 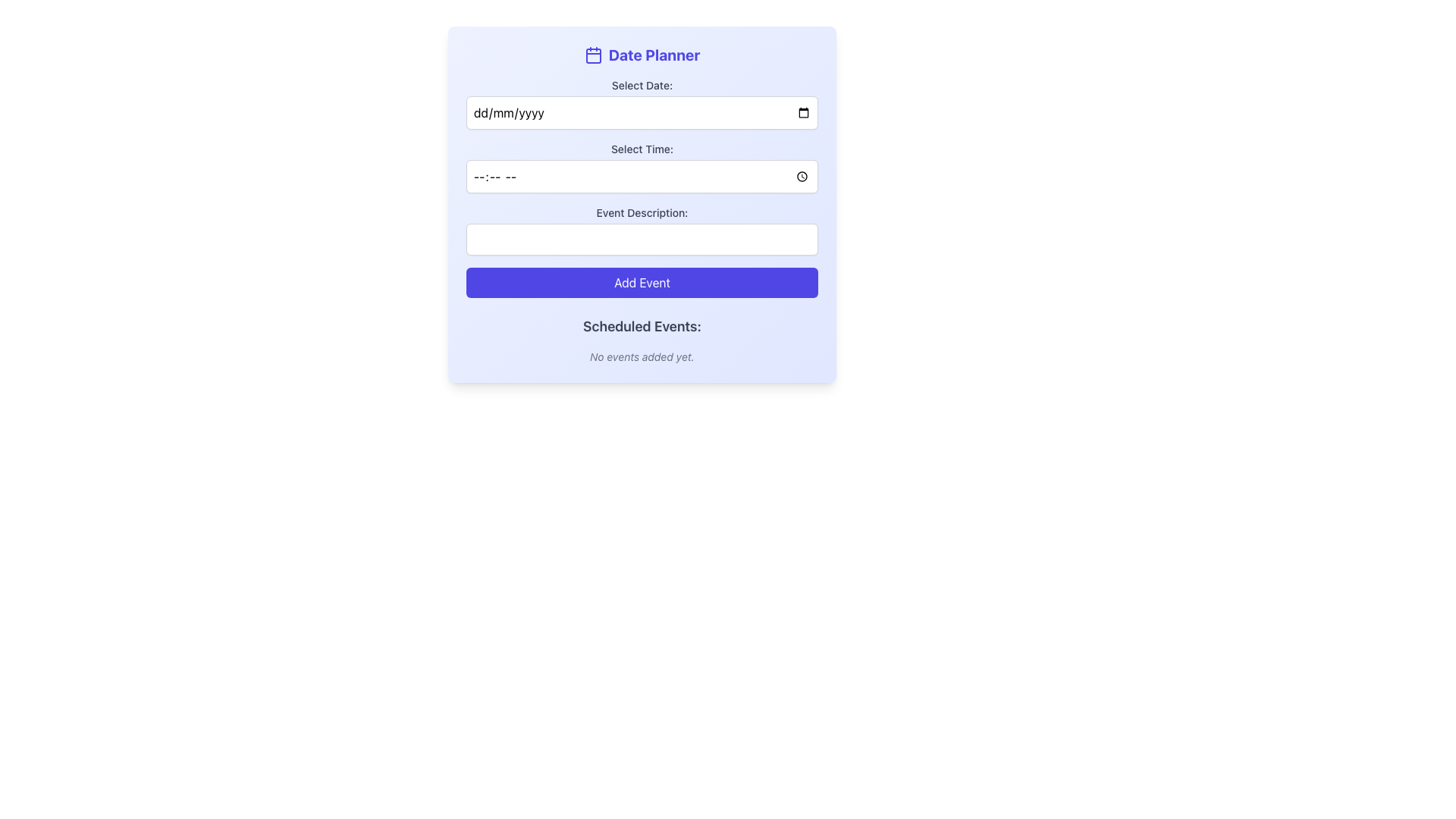 What do you see at coordinates (592, 55) in the screenshot?
I see `the calendar icon located to the left of the 'Date Planner' text at the top of the interface` at bounding box center [592, 55].